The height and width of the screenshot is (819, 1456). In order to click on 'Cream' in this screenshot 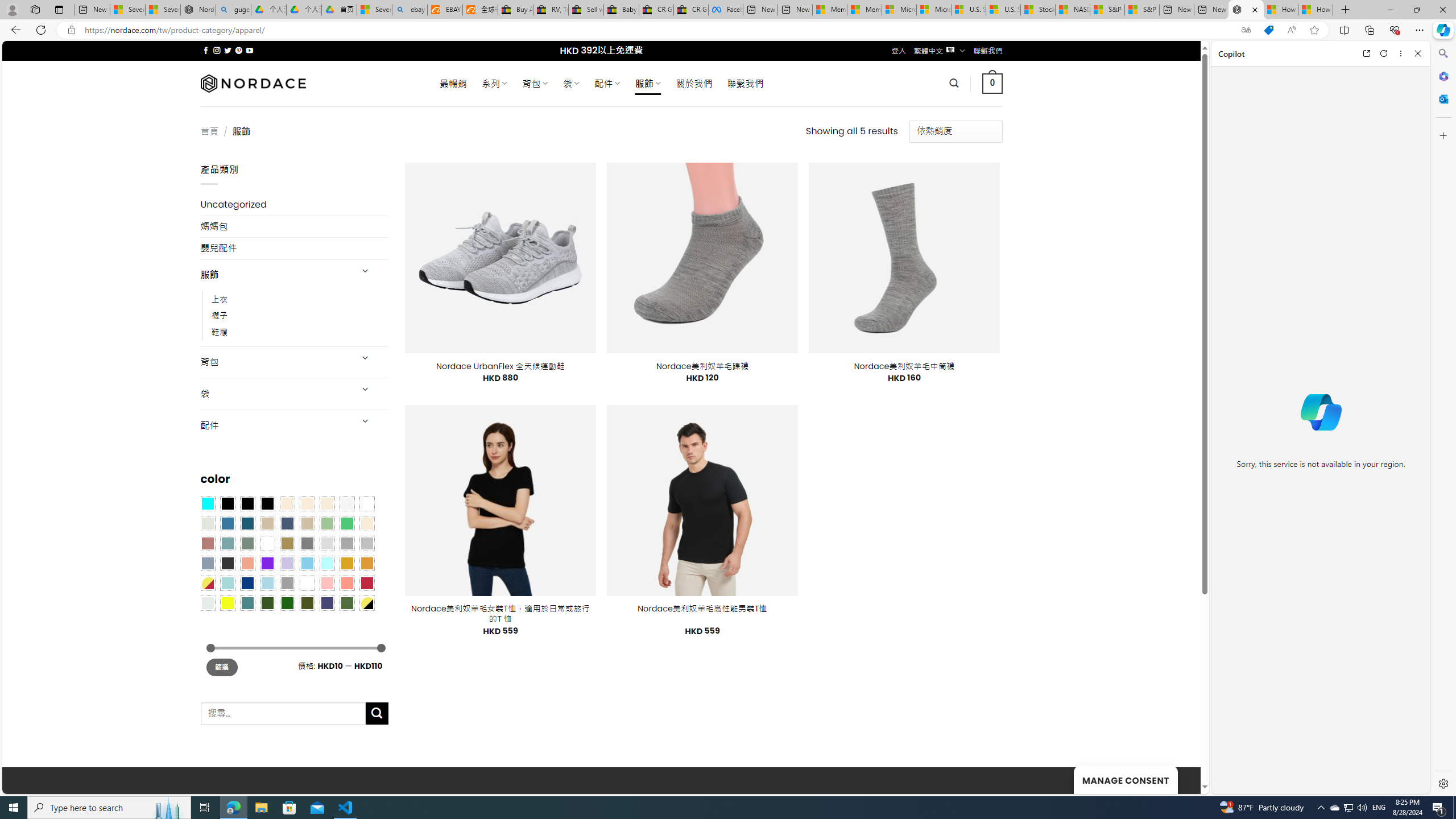, I will do `click(327, 503)`.